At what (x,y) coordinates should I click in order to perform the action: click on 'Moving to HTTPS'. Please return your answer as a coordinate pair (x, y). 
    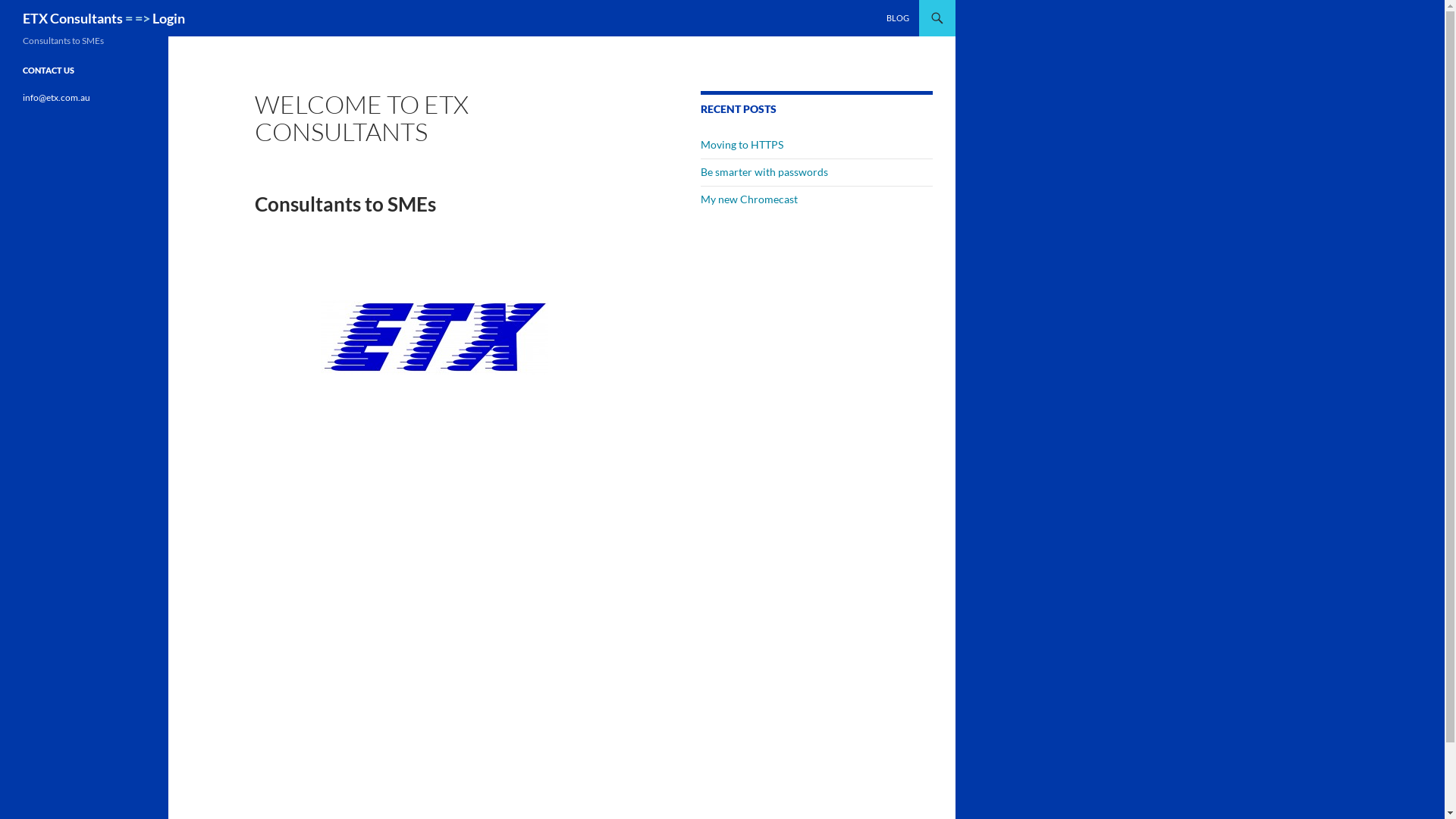
    Looking at the image, I should click on (742, 144).